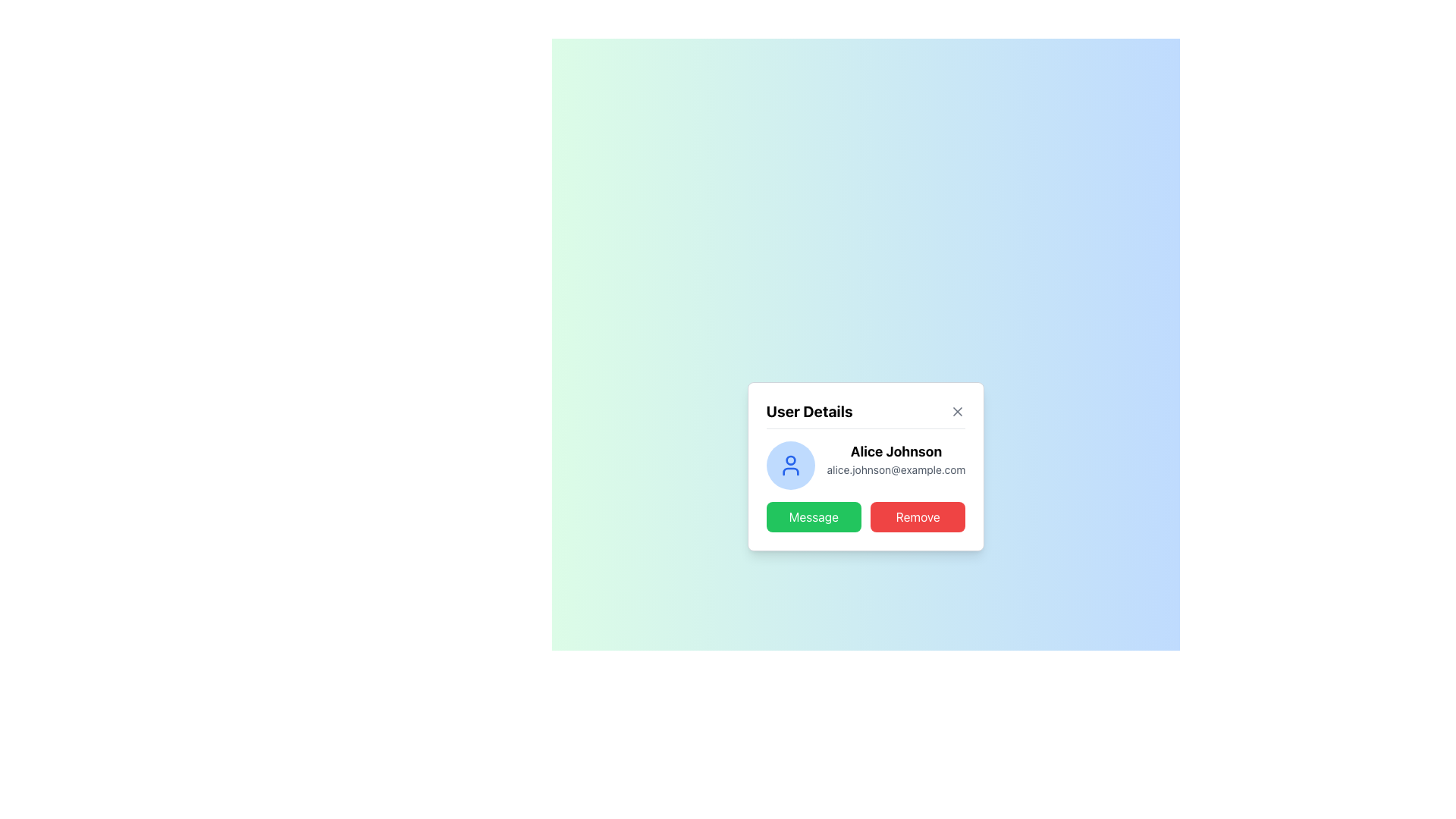 This screenshot has width=1456, height=819. I want to click on the 'X' close icon located in the top-right corner of the 'User Details' dialog box, so click(957, 411).